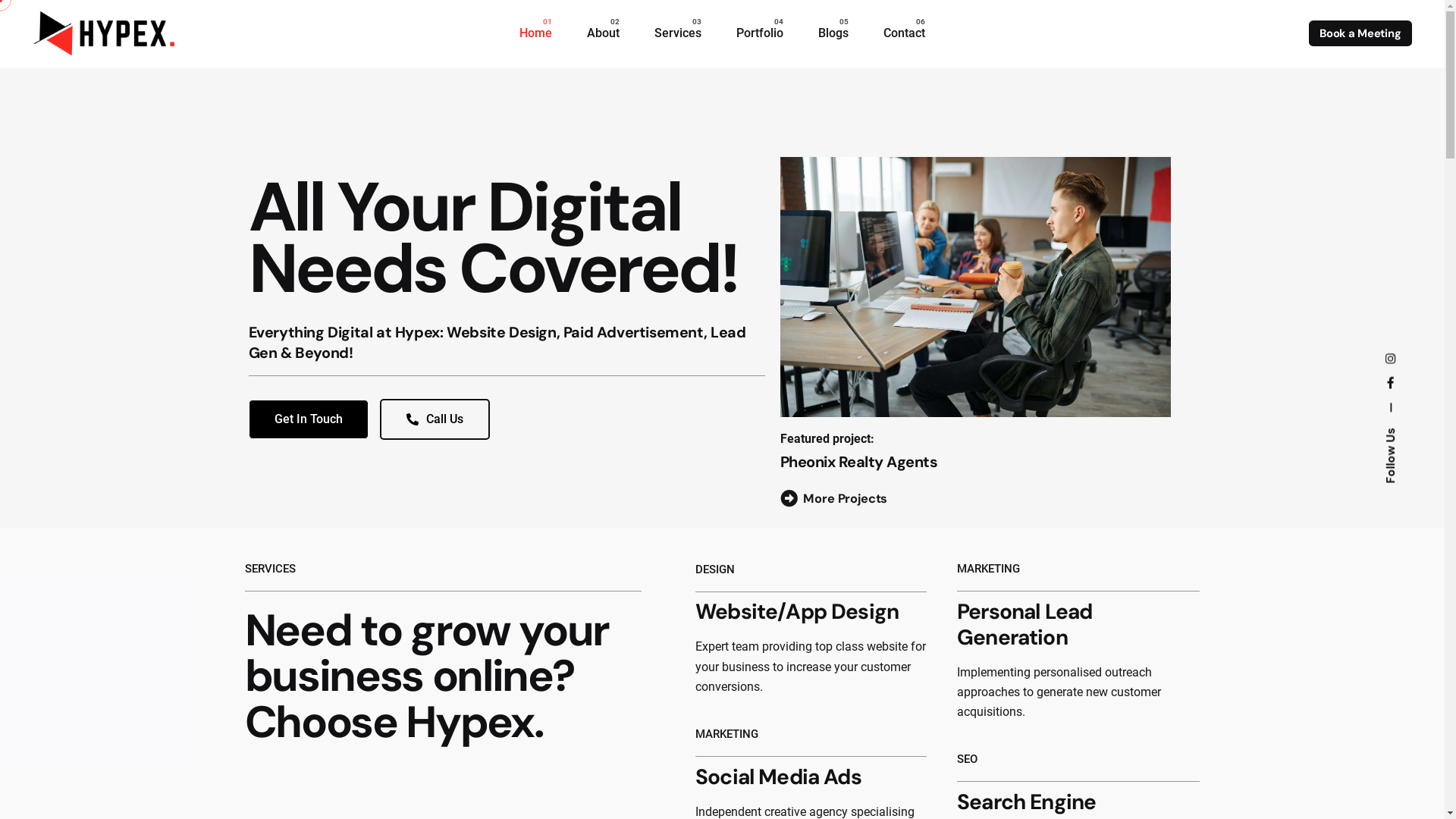 This screenshot has width=1456, height=819. What do you see at coordinates (1360, 33) in the screenshot?
I see `'Book a Meeting'` at bounding box center [1360, 33].